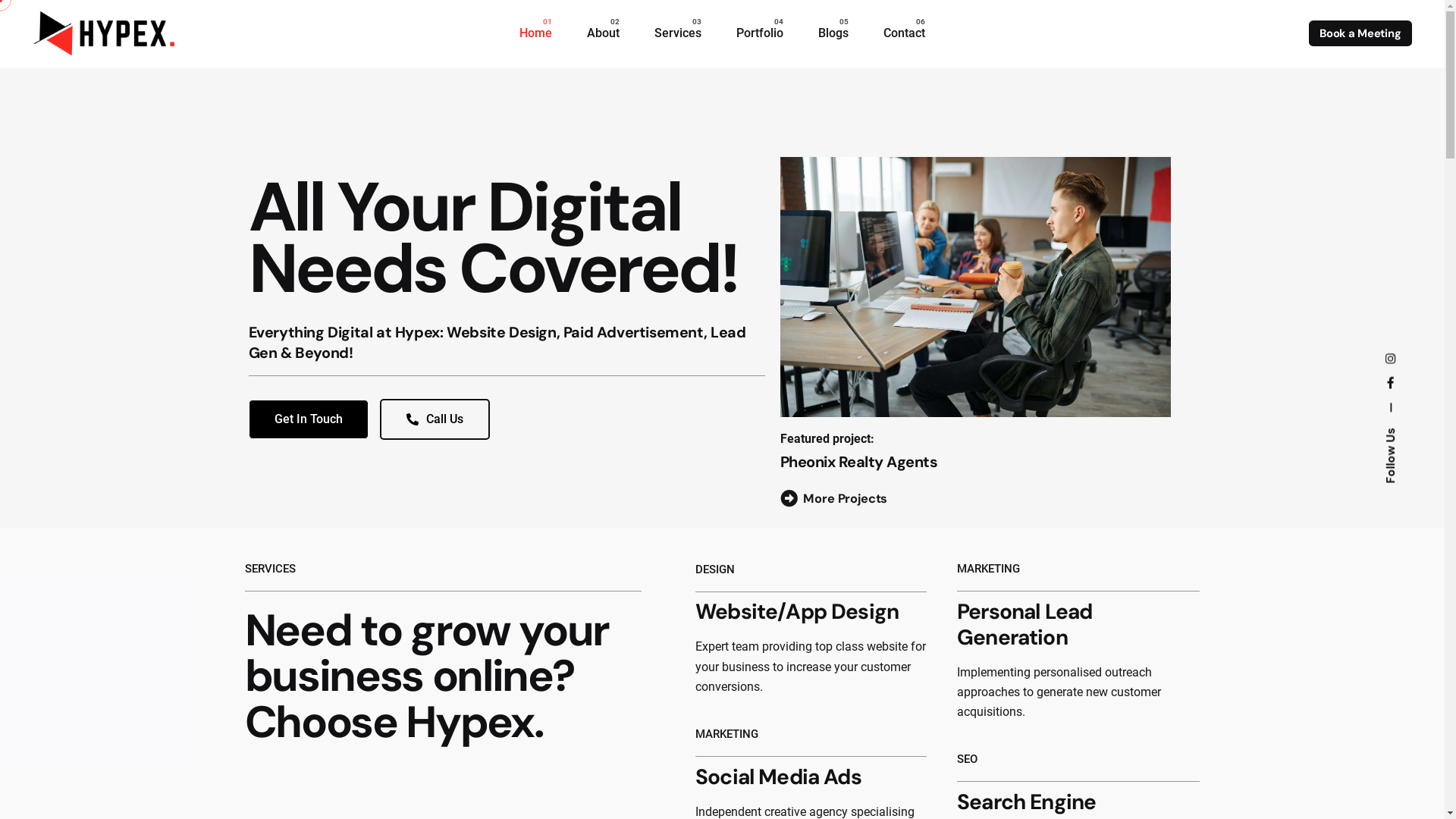 This screenshot has width=1456, height=819. What do you see at coordinates (1360, 33) in the screenshot?
I see `'Book a Meeting'` at bounding box center [1360, 33].